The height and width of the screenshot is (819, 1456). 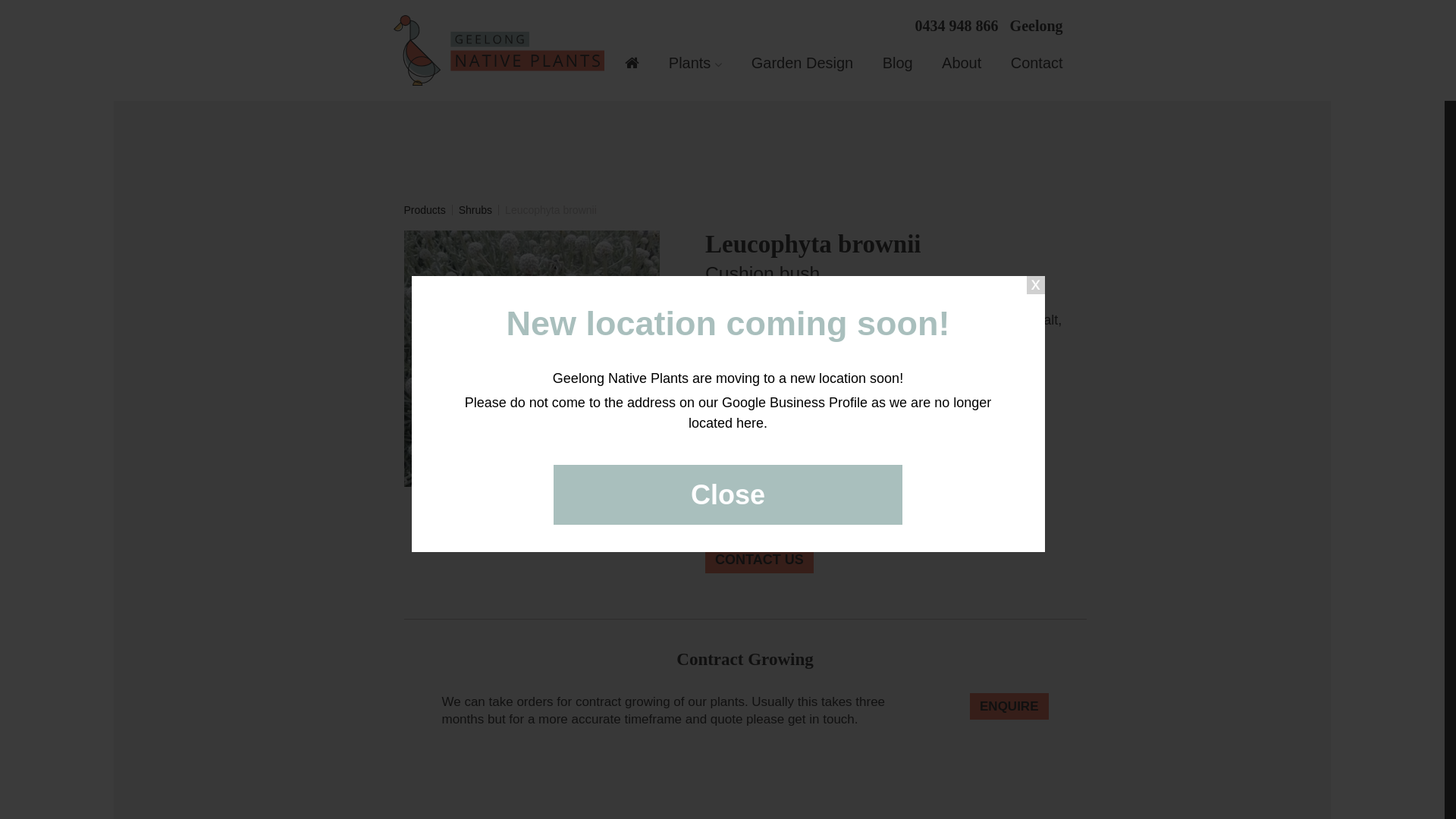 I want to click on 'Plants', so click(x=695, y=62).